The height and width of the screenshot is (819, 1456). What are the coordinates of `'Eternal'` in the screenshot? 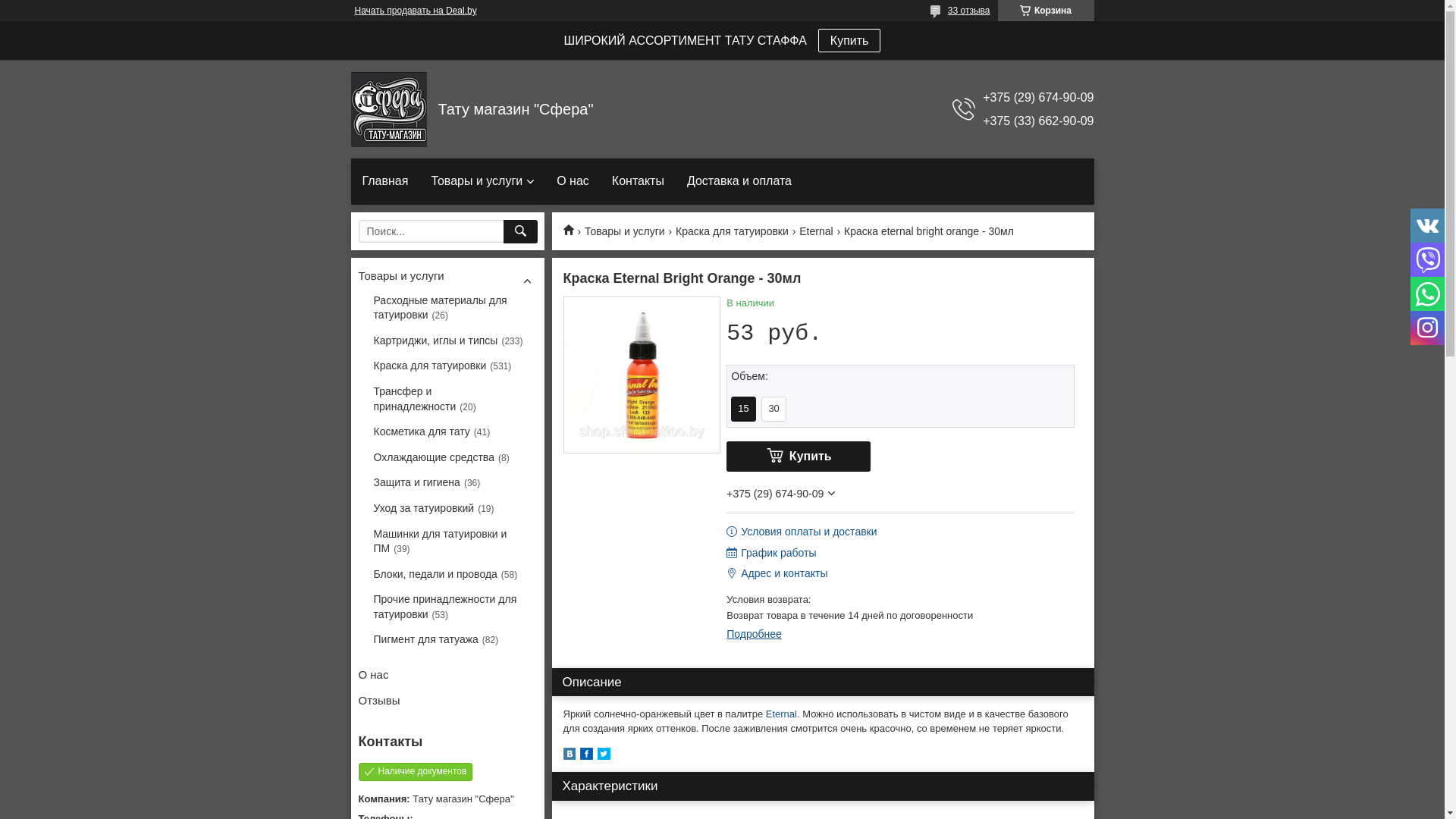 It's located at (814, 231).